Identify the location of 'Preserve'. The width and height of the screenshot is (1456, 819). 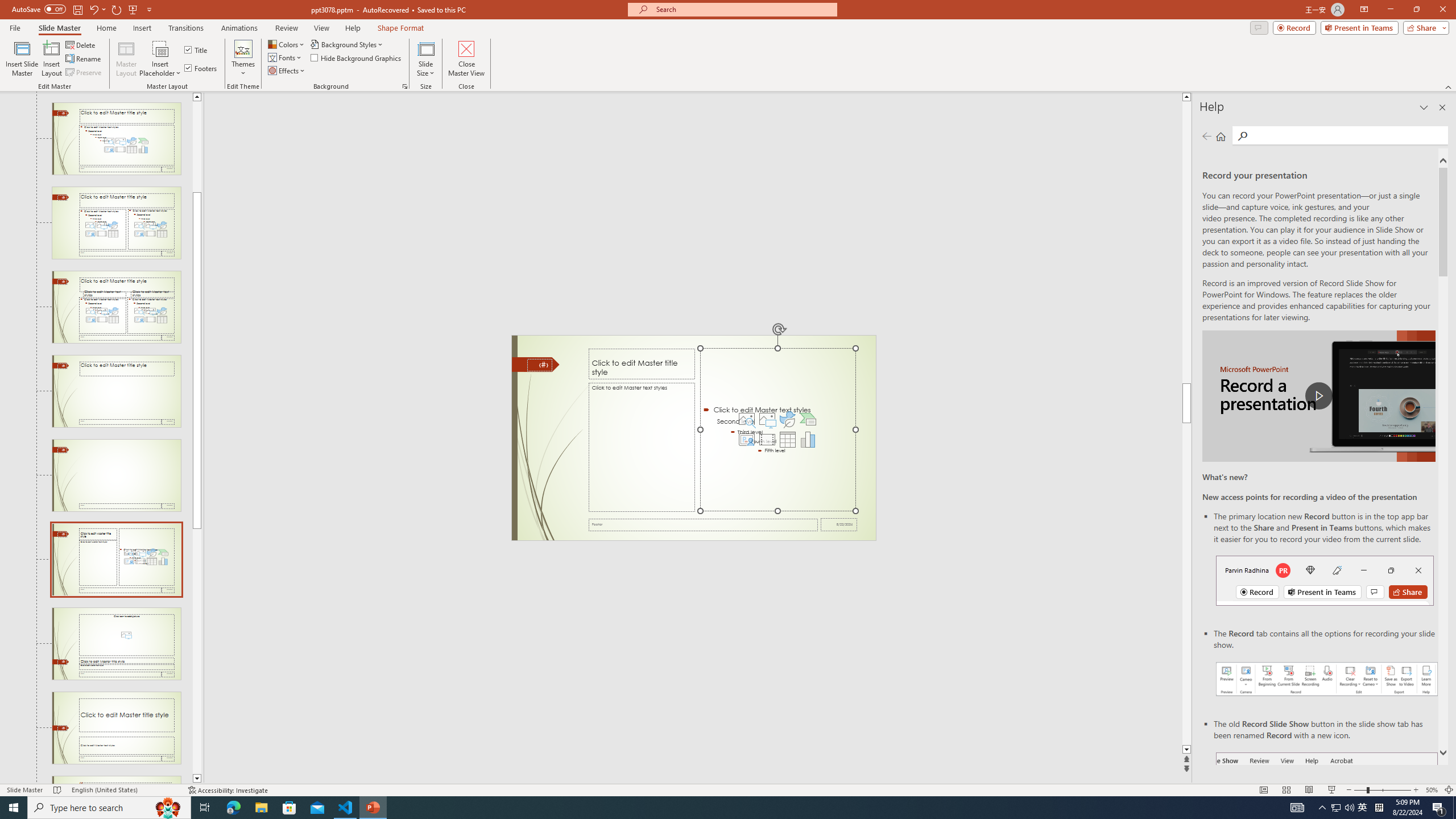
(84, 72).